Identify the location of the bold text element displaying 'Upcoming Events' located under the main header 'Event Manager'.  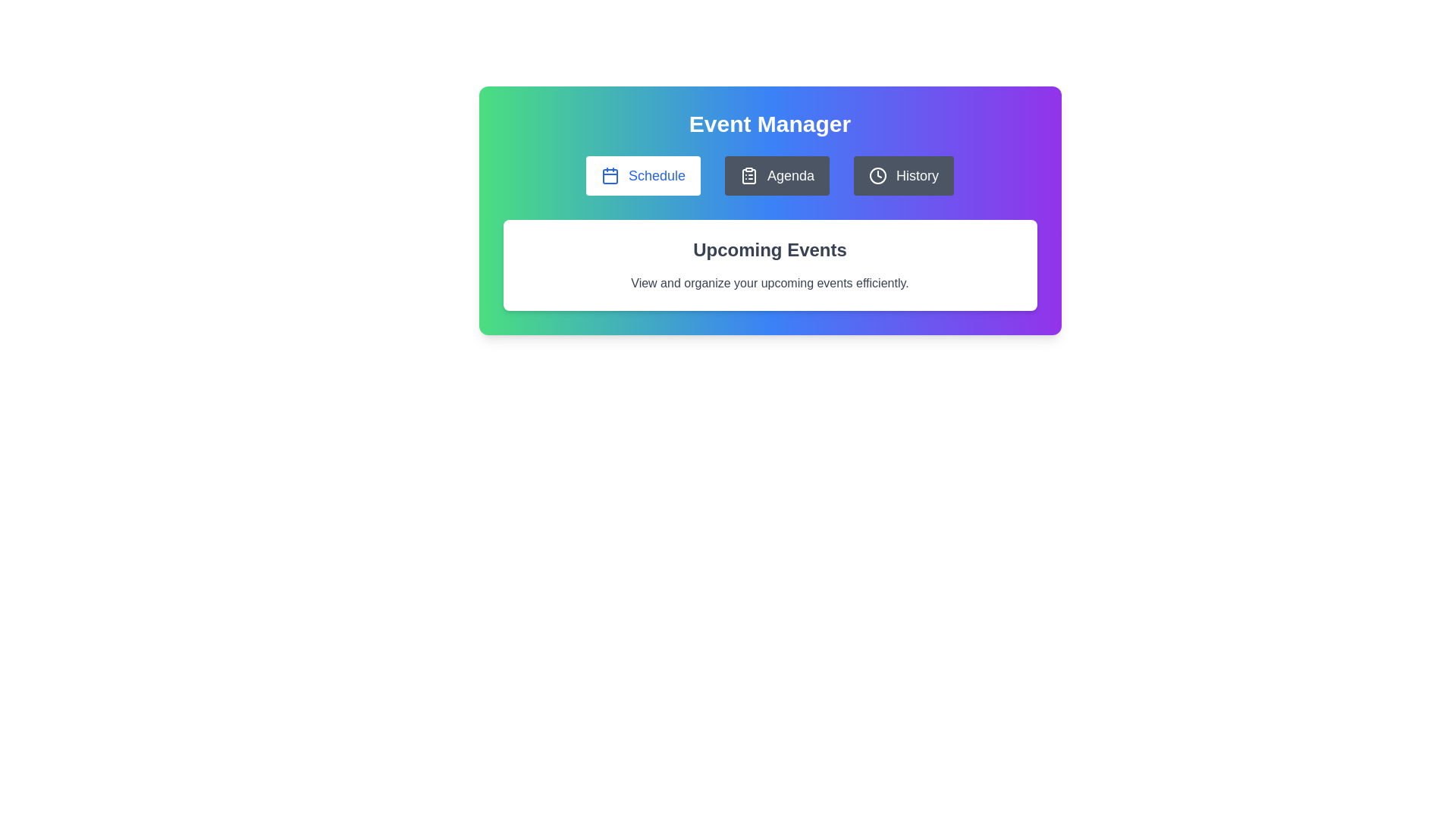
(770, 249).